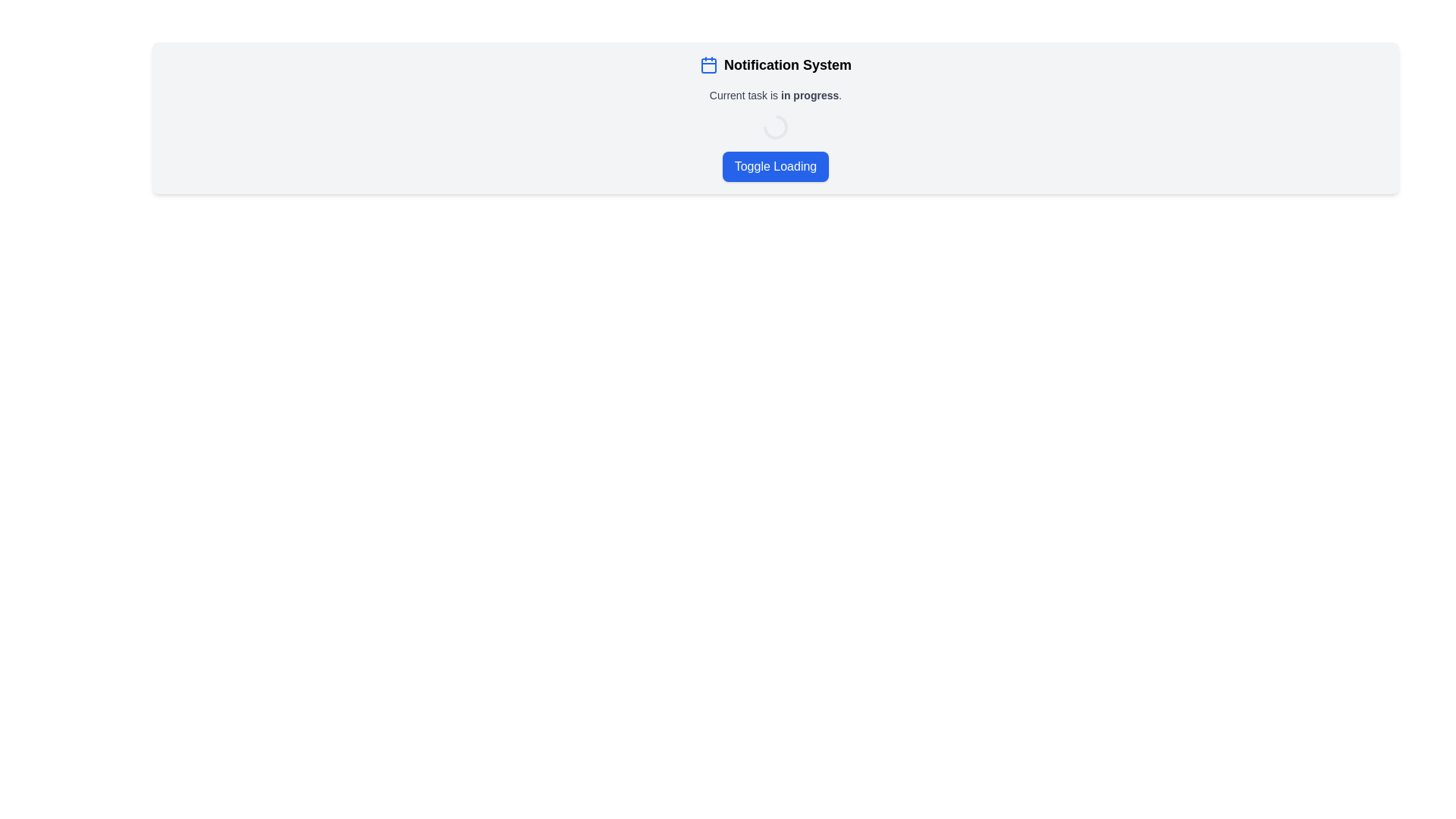  Describe the element at coordinates (775, 166) in the screenshot. I see `the 'Toggle Loading' button, which is a rectangular button with a blue background and white text, located centrally in the notification interface` at that location.